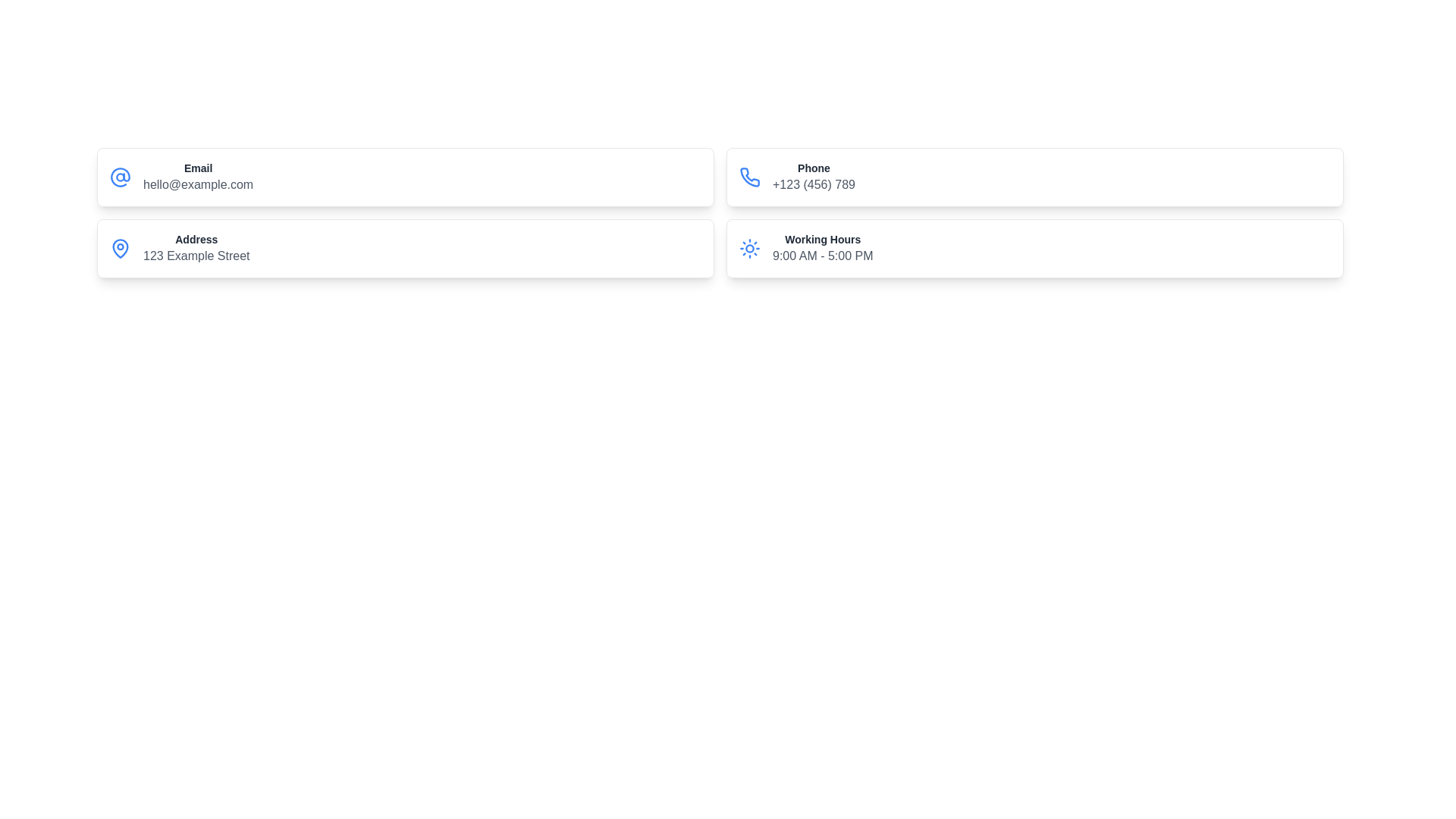 Image resolution: width=1456 pixels, height=819 pixels. I want to click on the textual information display that shows the phone number, located in the right-hand card of the top row in the grid layout, immediately to the right of the phone icon, so click(813, 177).